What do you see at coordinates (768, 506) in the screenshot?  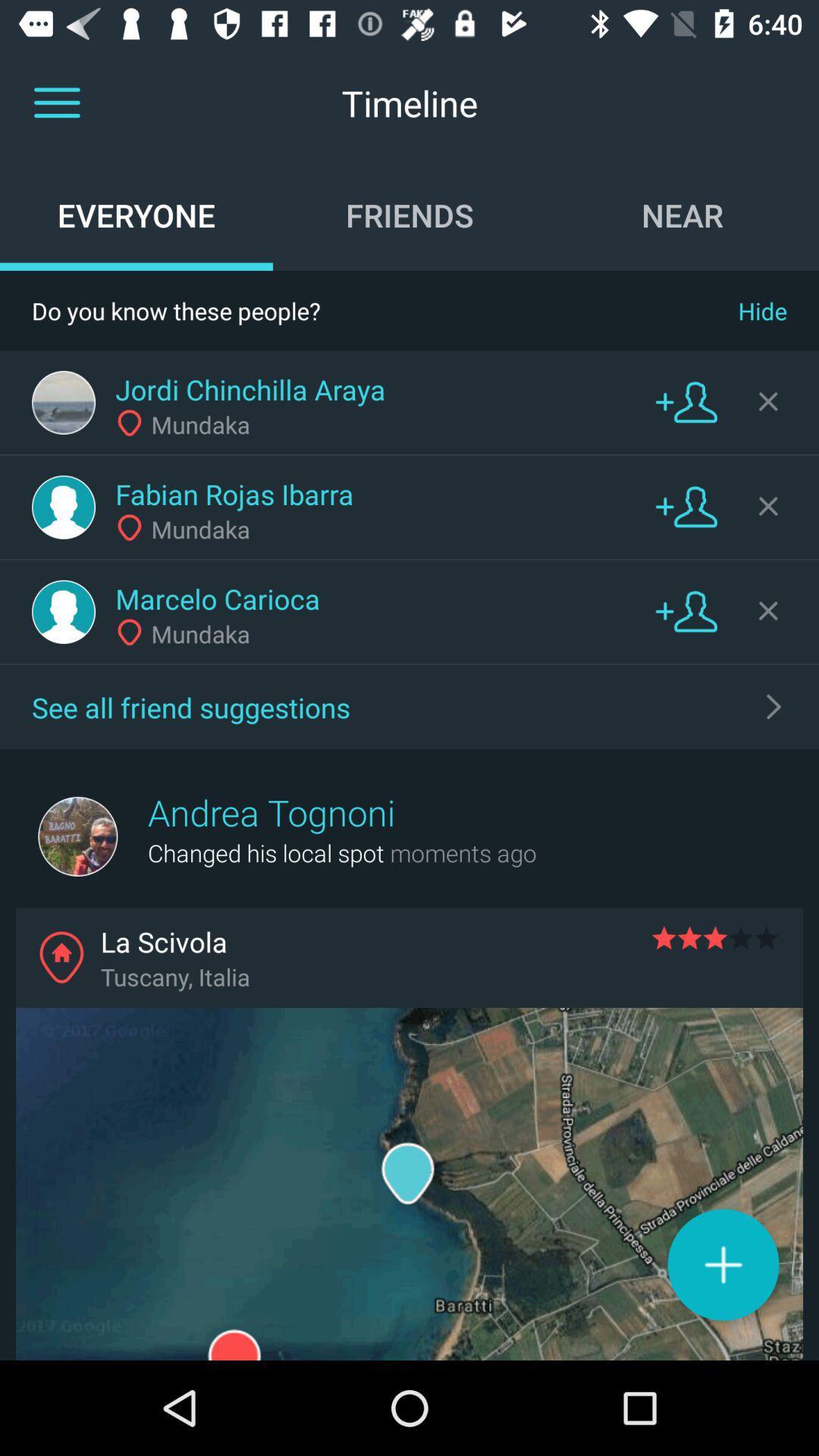 I see `hide person` at bounding box center [768, 506].